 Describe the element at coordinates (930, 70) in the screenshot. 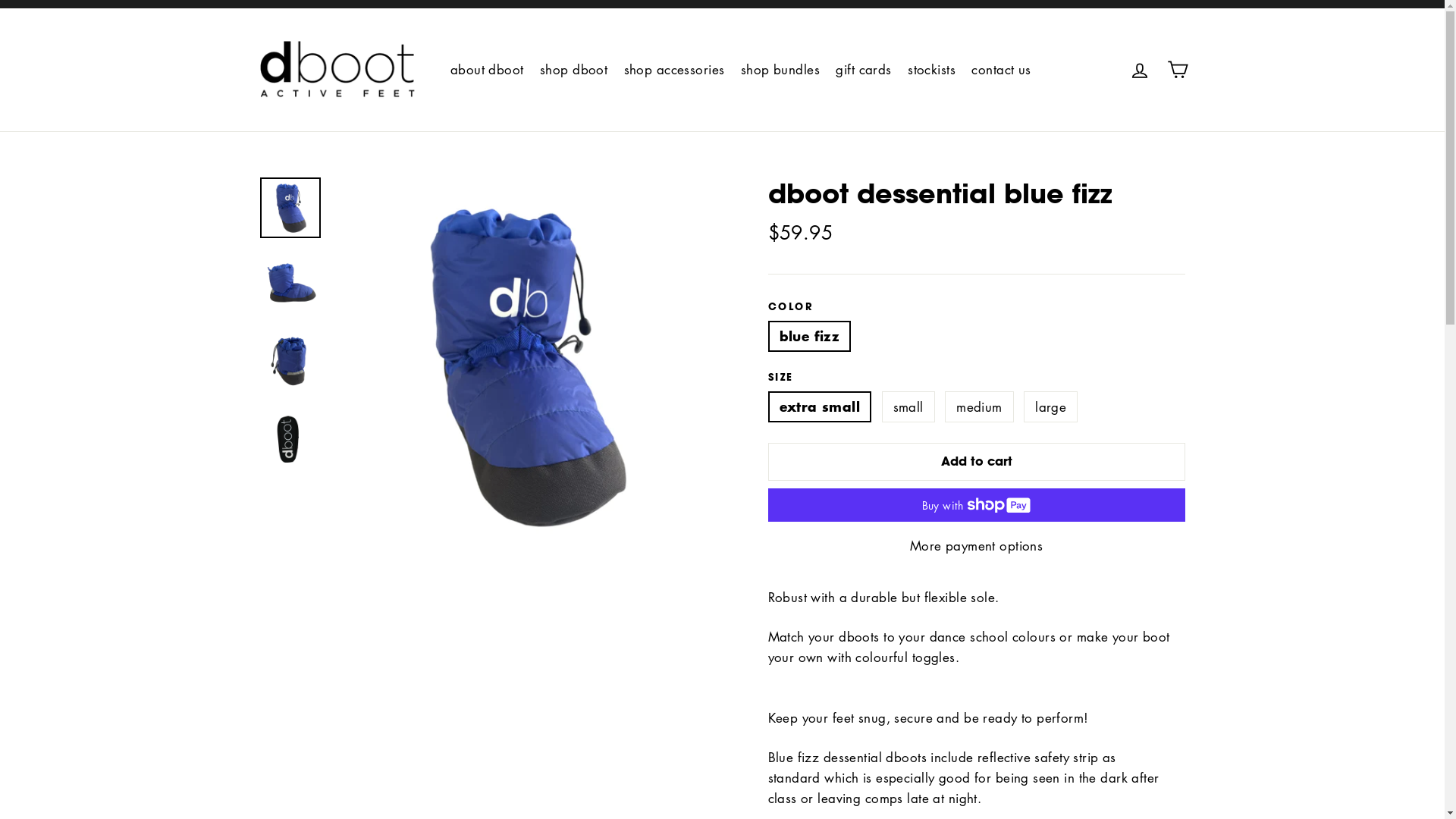

I see `'stockists'` at that location.